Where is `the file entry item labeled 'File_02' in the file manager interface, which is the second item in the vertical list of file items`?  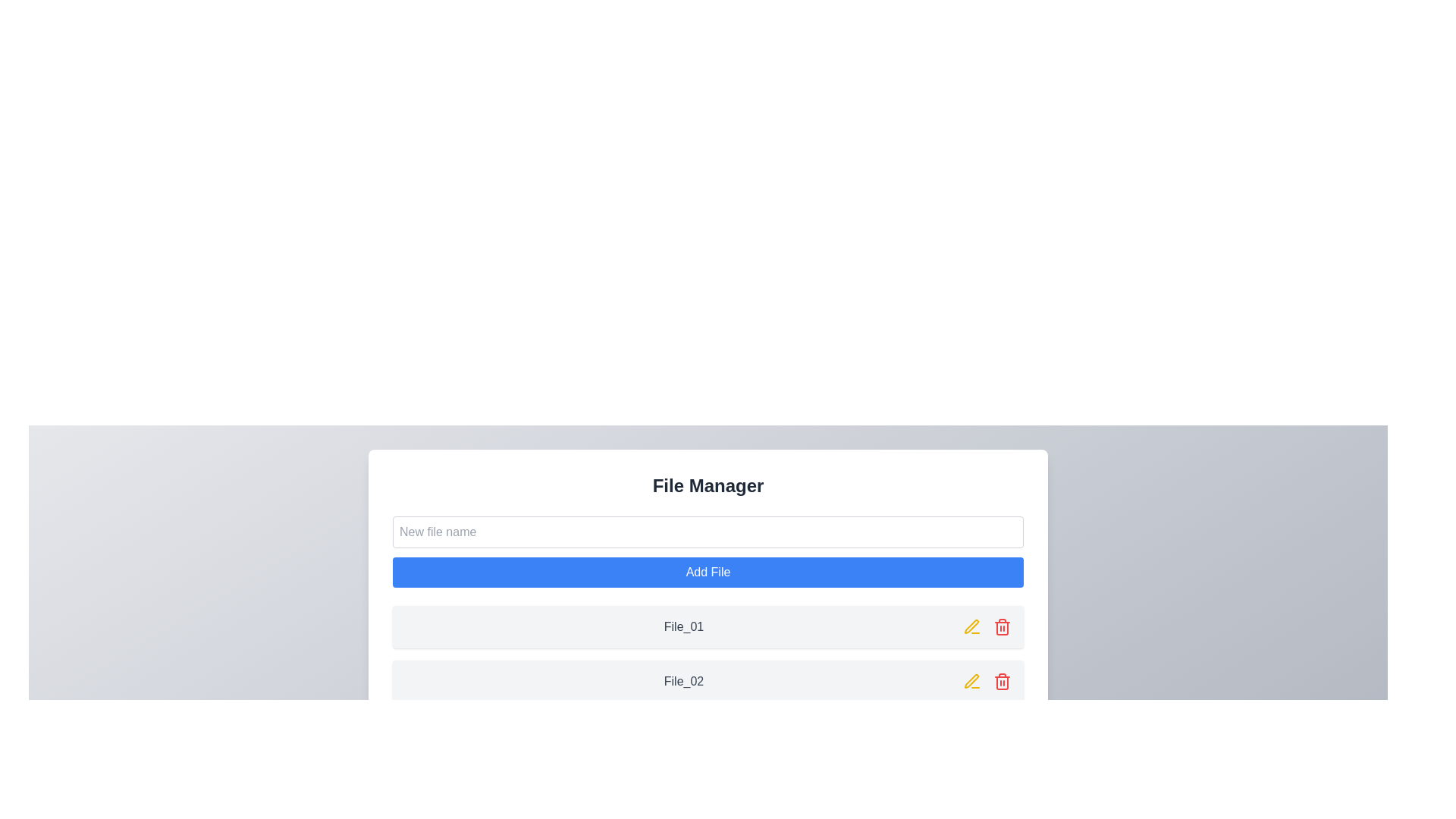
the file entry item labeled 'File_02' in the file manager interface, which is the second item in the vertical list of file items is located at coordinates (708, 680).